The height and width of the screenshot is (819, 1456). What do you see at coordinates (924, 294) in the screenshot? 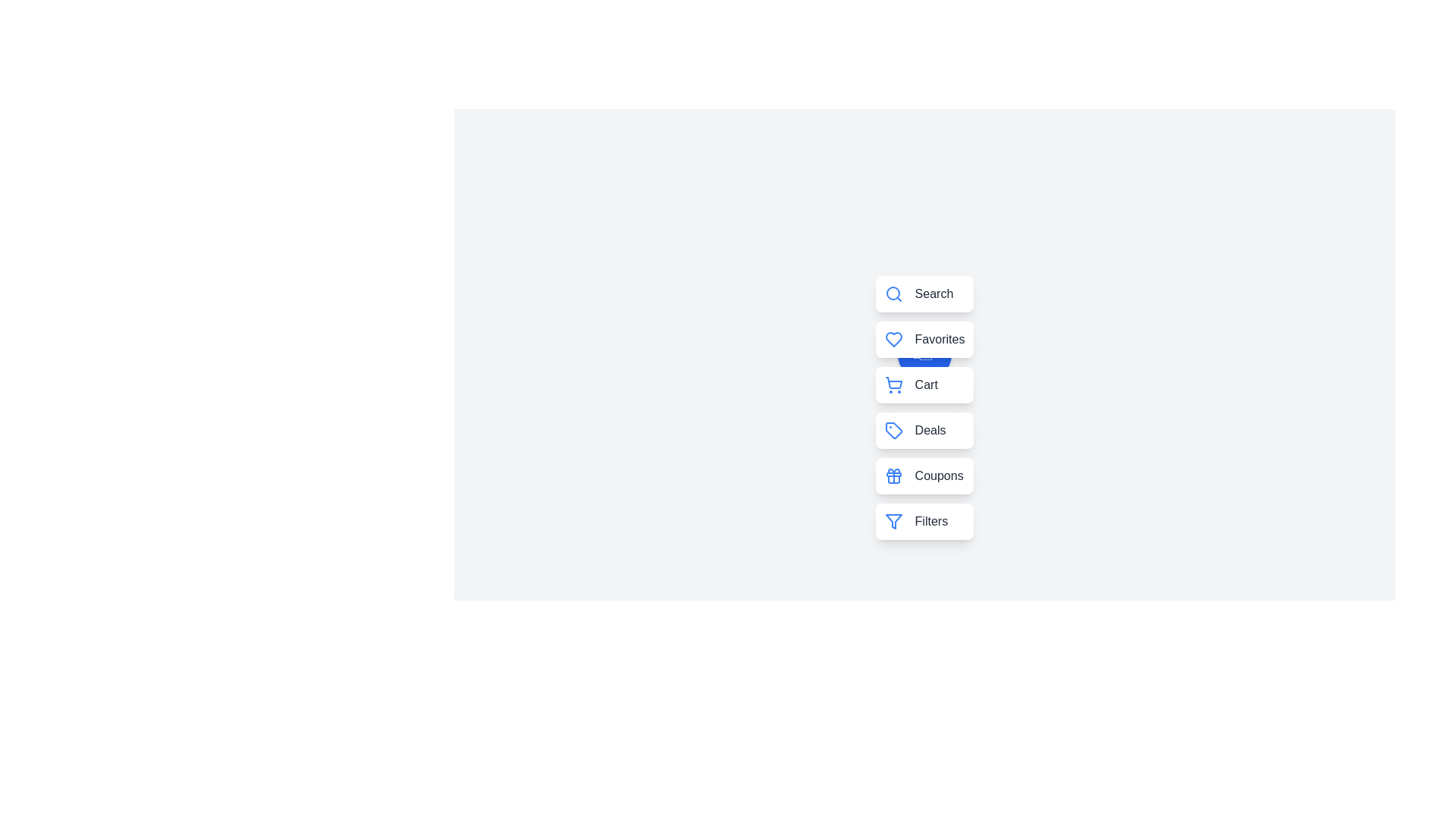
I see `the first search button in the vertical stack located in the bottom-right corner of the interface to trigger a visual response` at bounding box center [924, 294].